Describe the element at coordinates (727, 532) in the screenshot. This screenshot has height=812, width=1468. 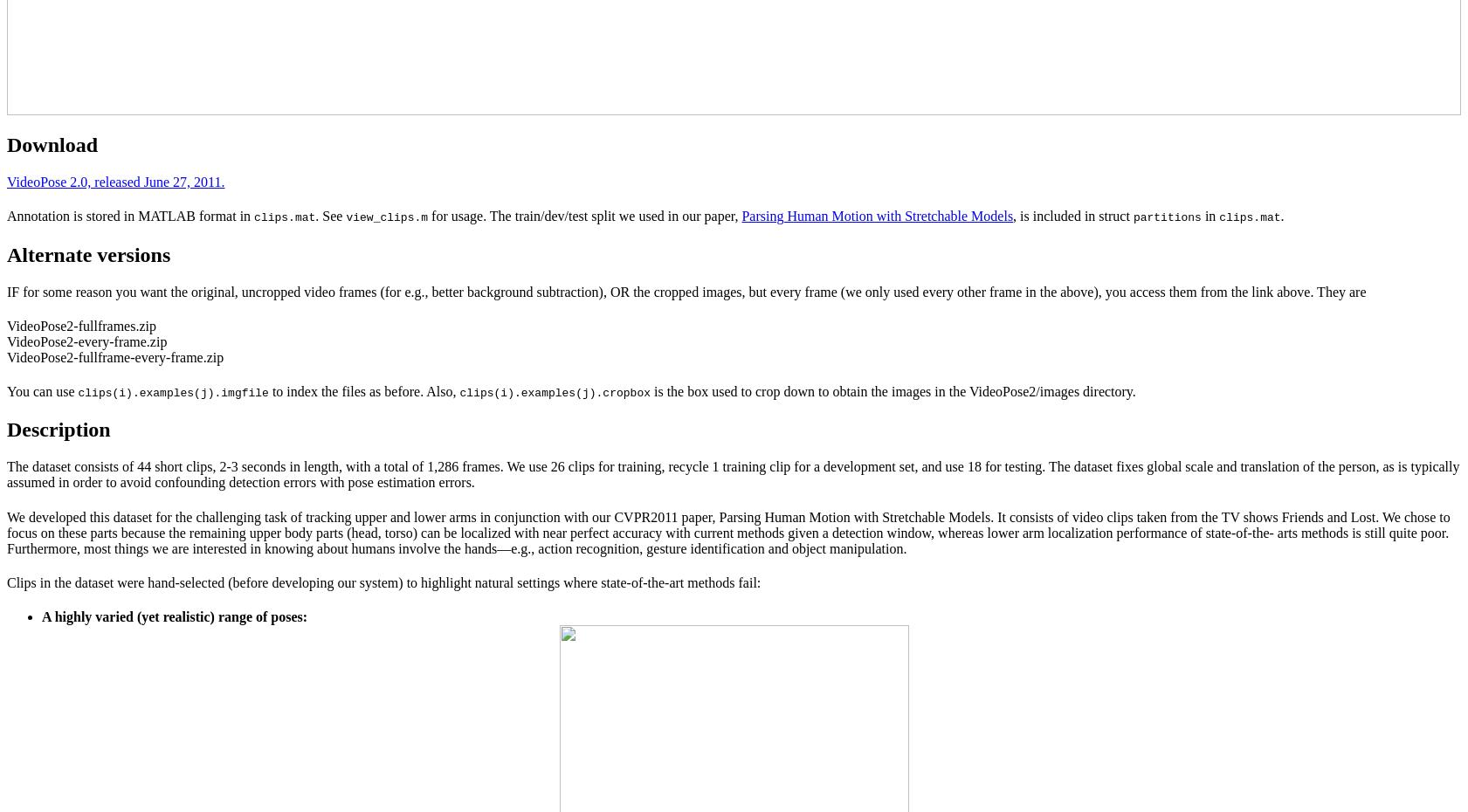
I see `'We developed this dataset for the challenging task of tracking upper and lower arms in conjunction with our CVPR2011 paper, Parsing Human Motion with Stretchable Models.  It consists of video clips taken from the TV shows Friends and Lost. We chose to focus on these parts because the remaining upper body parts (head, torso) can be localized with near perfect accuracy with current methods given a detection window, whereas lower arm localization performance of state-of-the- arts methods is still quite poor. Furthermore, most things we are interested in knowing about humans involve the hands—e.g., action recognition, gesture identification and object manipulation.'` at that location.